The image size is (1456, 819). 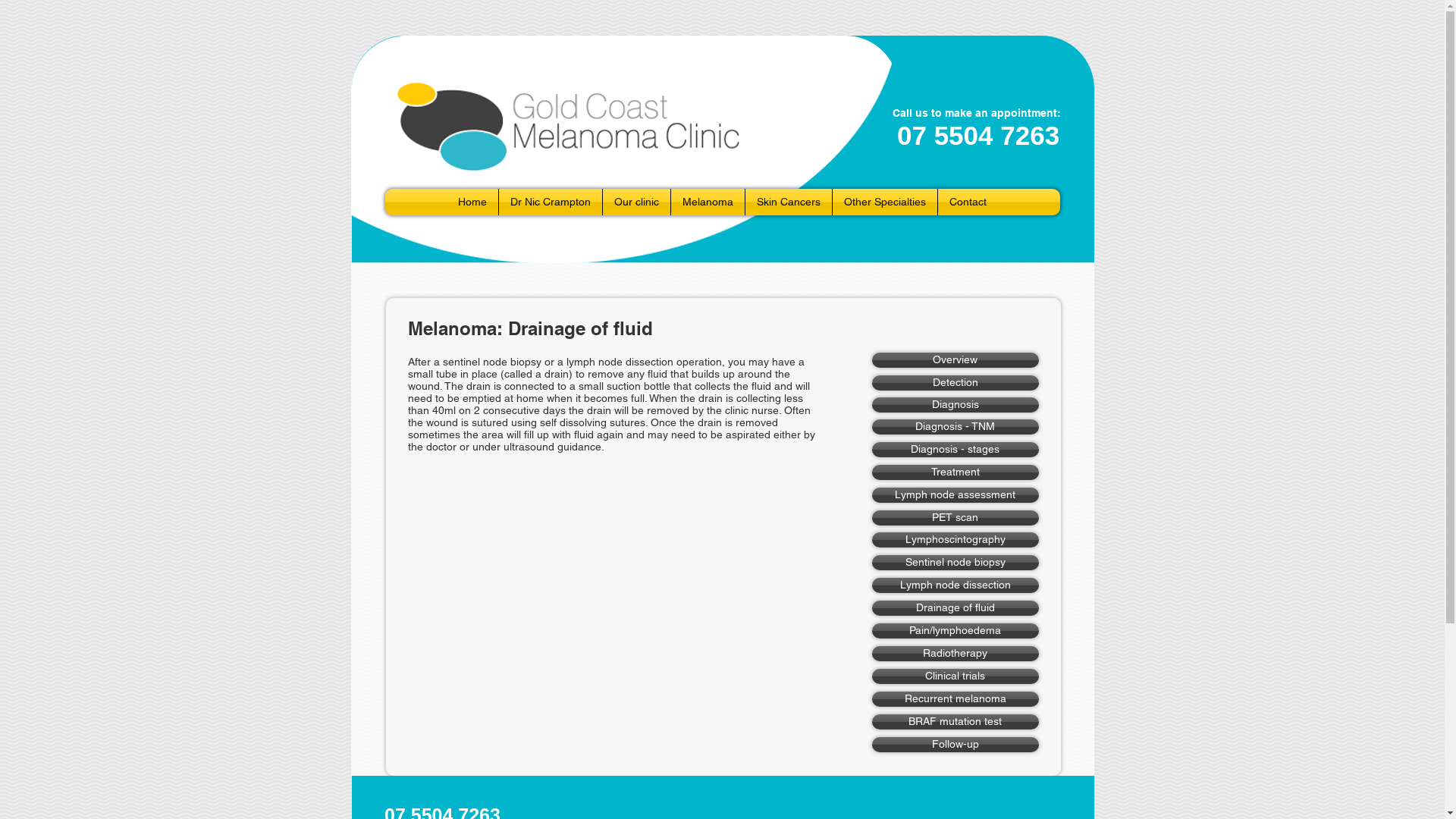 What do you see at coordinates (707, 201) in the screenshot?
I see `'Melanoma'` at bounding box center [707, 201].